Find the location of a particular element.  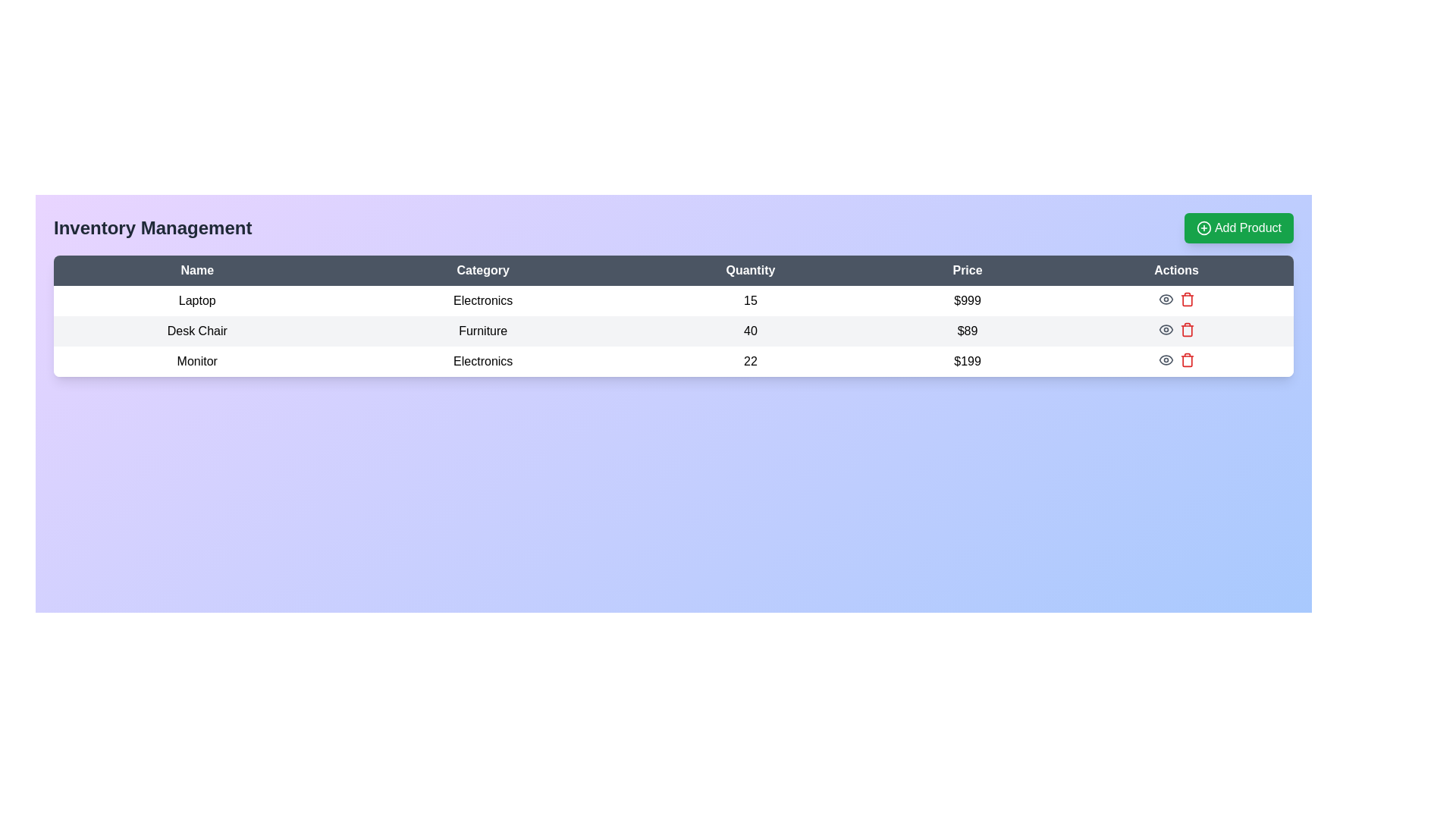

the eye-shaped icon in the 'Actions' column of the 'Desk Chair' row is located at coordinates (1165, 329).